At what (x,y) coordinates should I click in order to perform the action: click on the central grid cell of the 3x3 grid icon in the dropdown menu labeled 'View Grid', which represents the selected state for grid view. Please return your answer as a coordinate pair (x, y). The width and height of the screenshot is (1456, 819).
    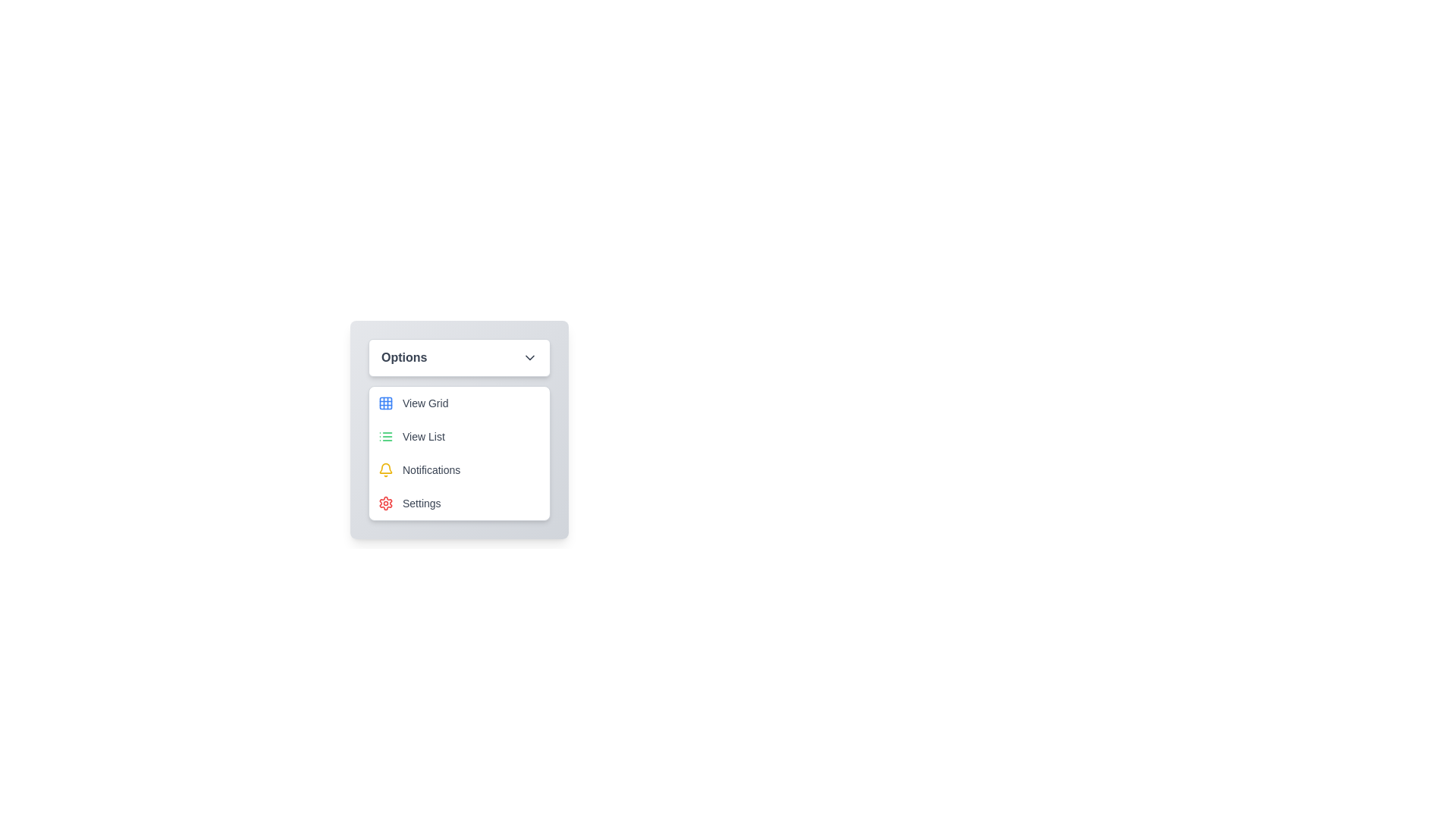
    Looking at the image, I should click on (385, 403).